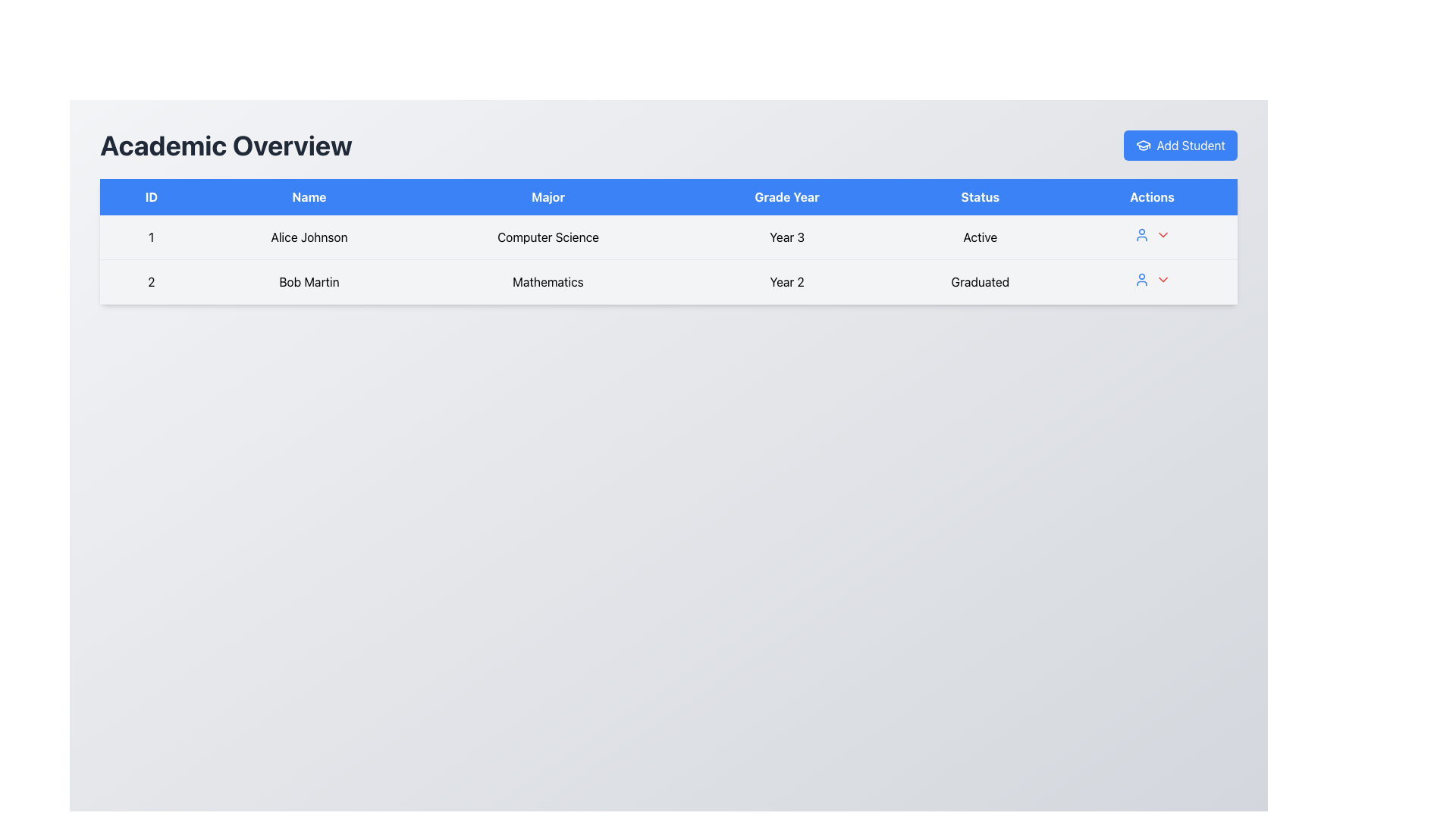 The height and width of the screenshot is (819, 1456). I want to click on the 'Active' TextLabel which is located in the 'Status' column for 'Alice Johnson' in the user information table, displaying black text on a gray background, so click(980, 237).